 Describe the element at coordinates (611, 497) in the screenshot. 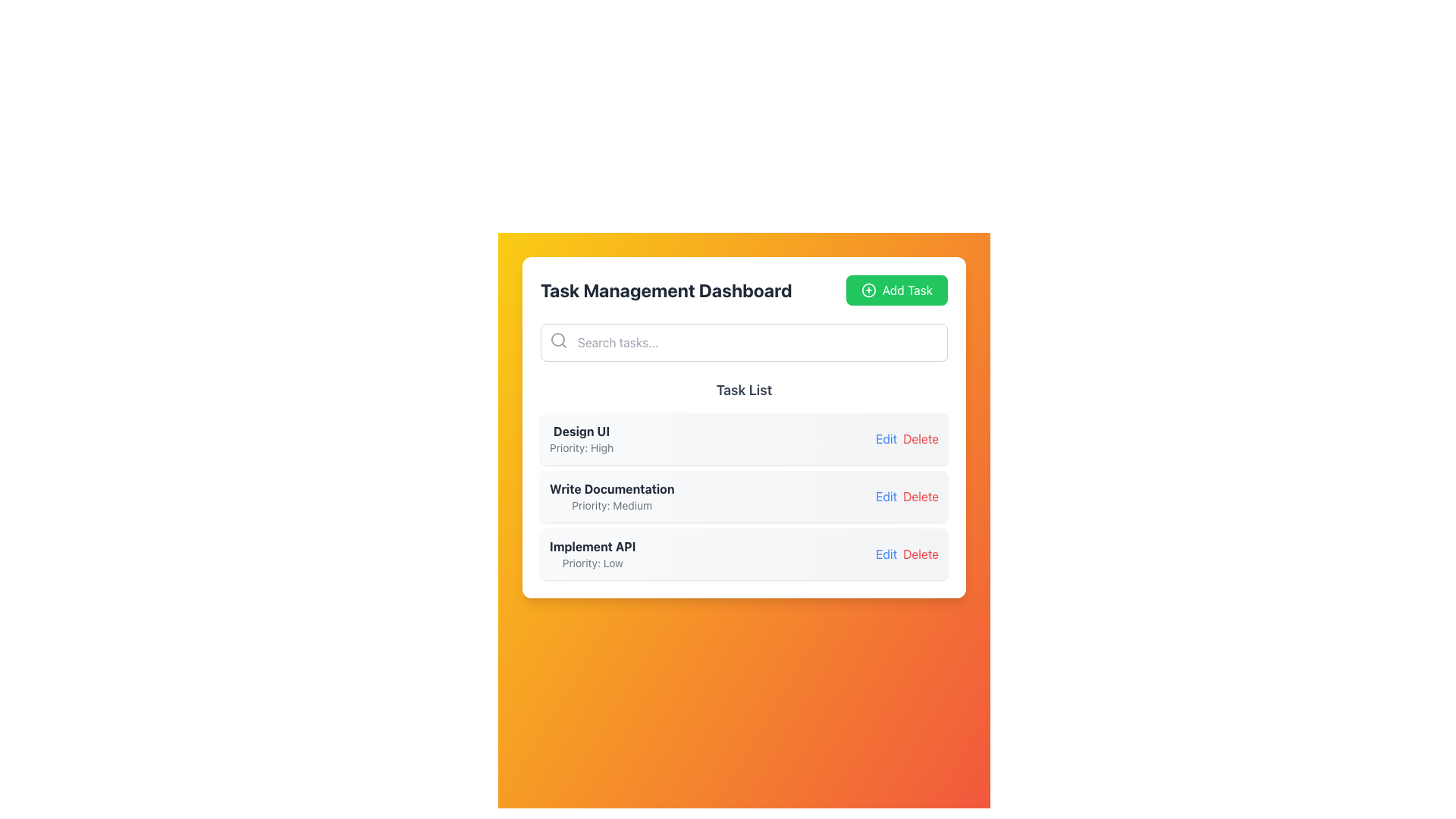

I see `the task list entry display located in the second row of the 'Task List' section` at that location.